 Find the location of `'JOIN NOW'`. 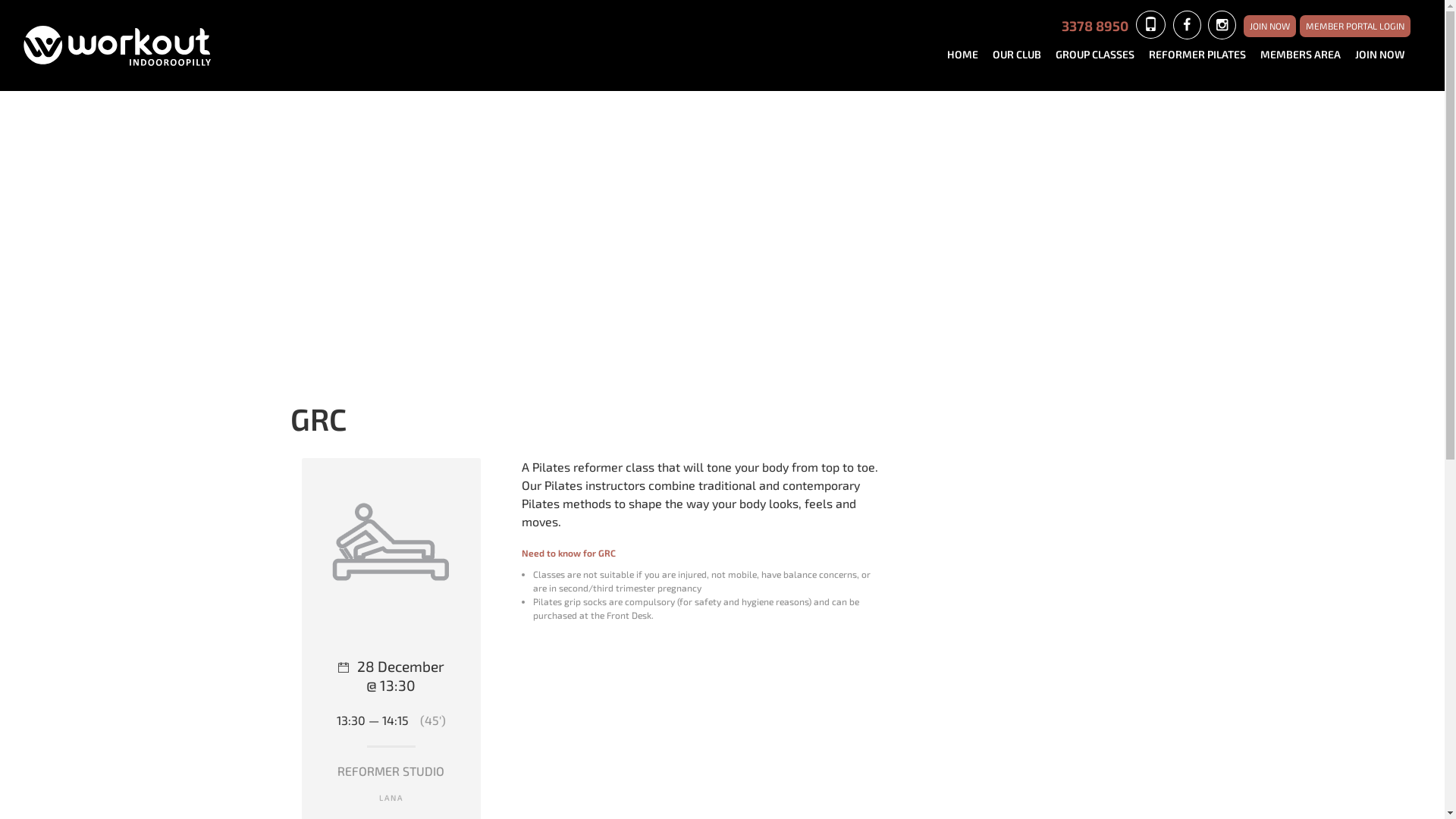

'JOIN NOW' is located at coordinates (1269, 26).